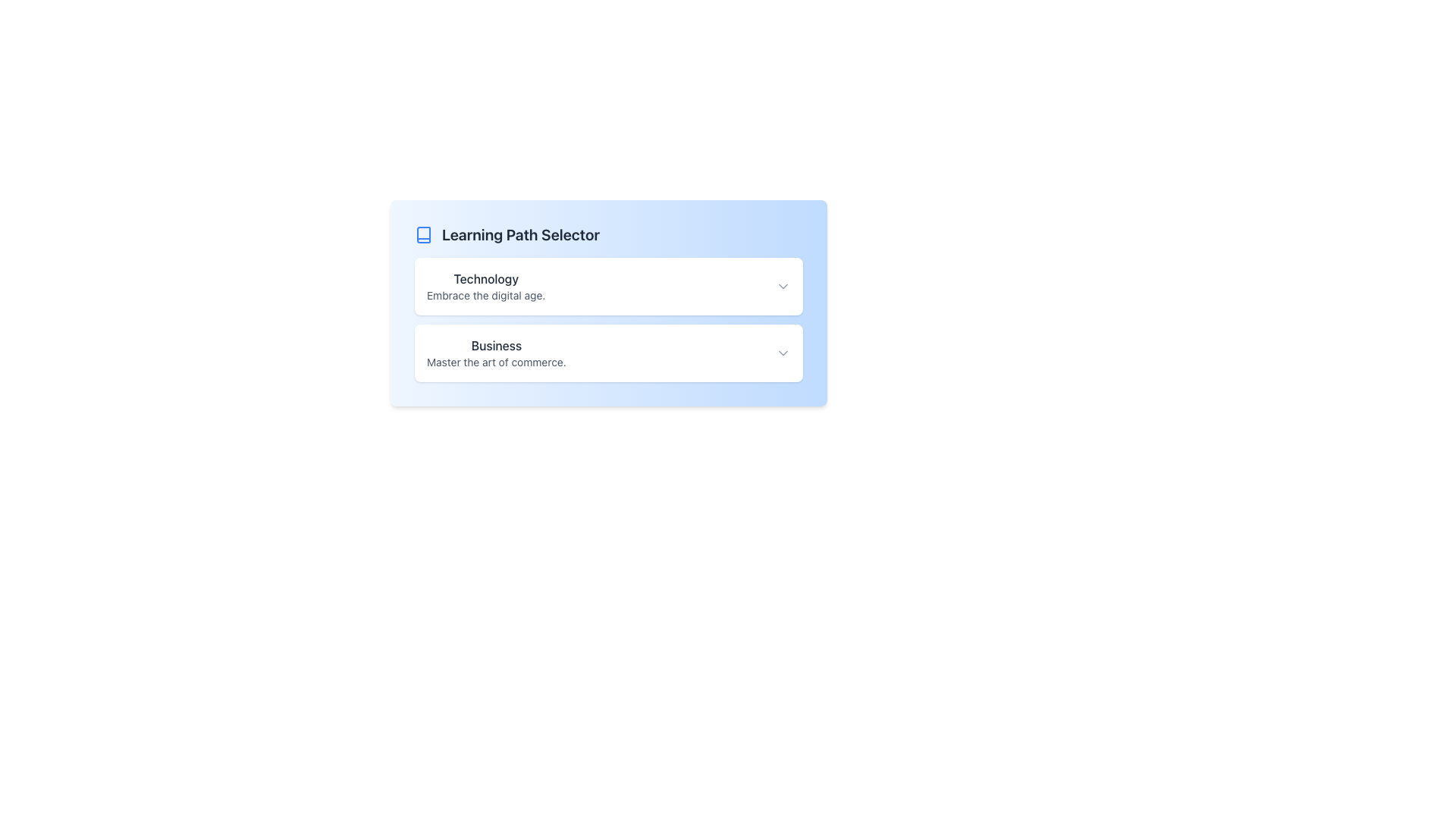 The image size is (1456, 819). What do you see at coordinates (520, 234) in the screenshot?
I see `the text label that serves as the title for a group of related controls, located to the right of a blue outlined book icon in the top section of a UI panel` at bounding box center [520, 234].